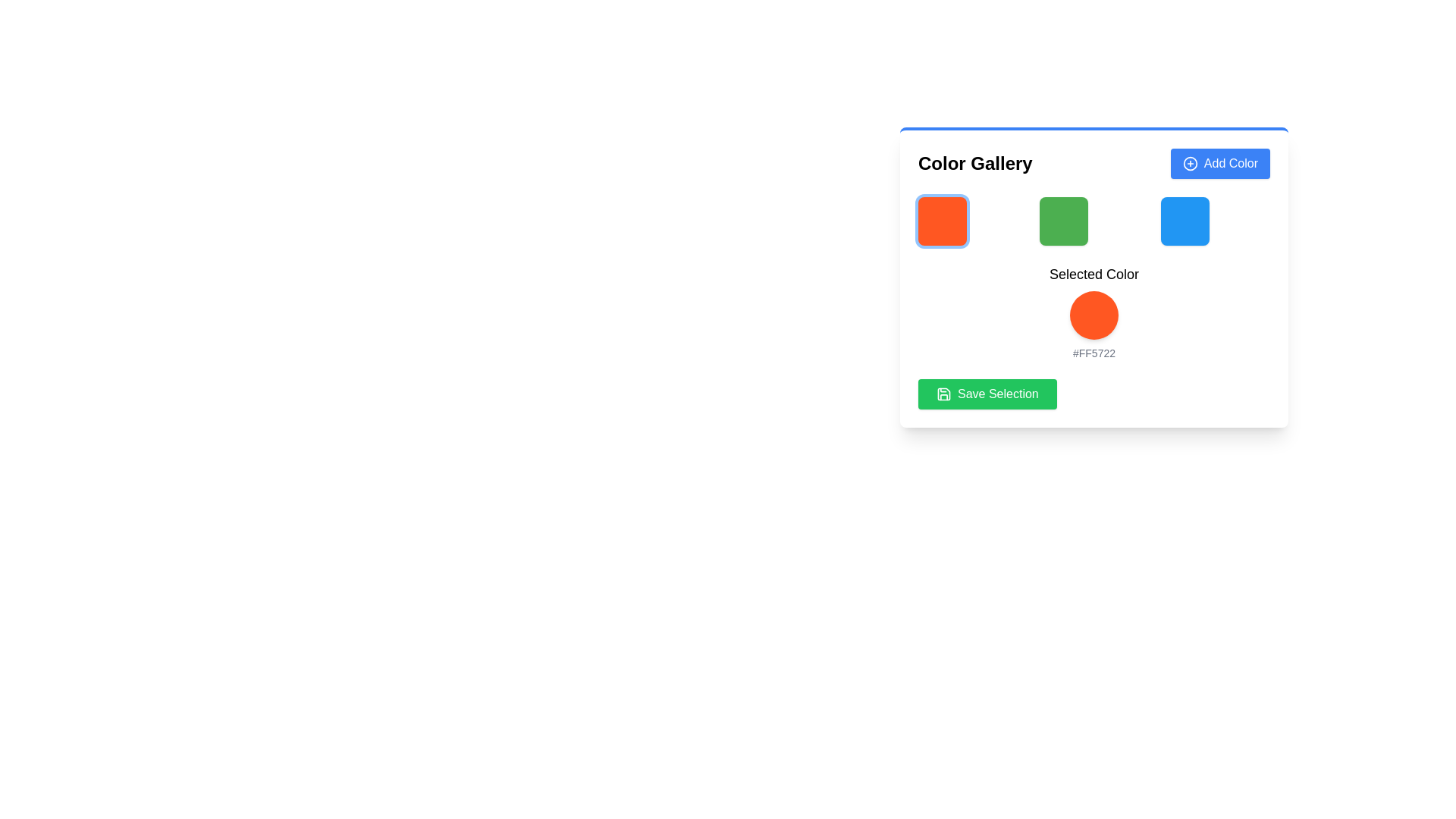  Describe the element at coordinates (1189, 164) in the screenshot. I see `the circular icon with a plus sign inside, part of the 'Add Color' button located at the top-right corner of the card interface` at that location.